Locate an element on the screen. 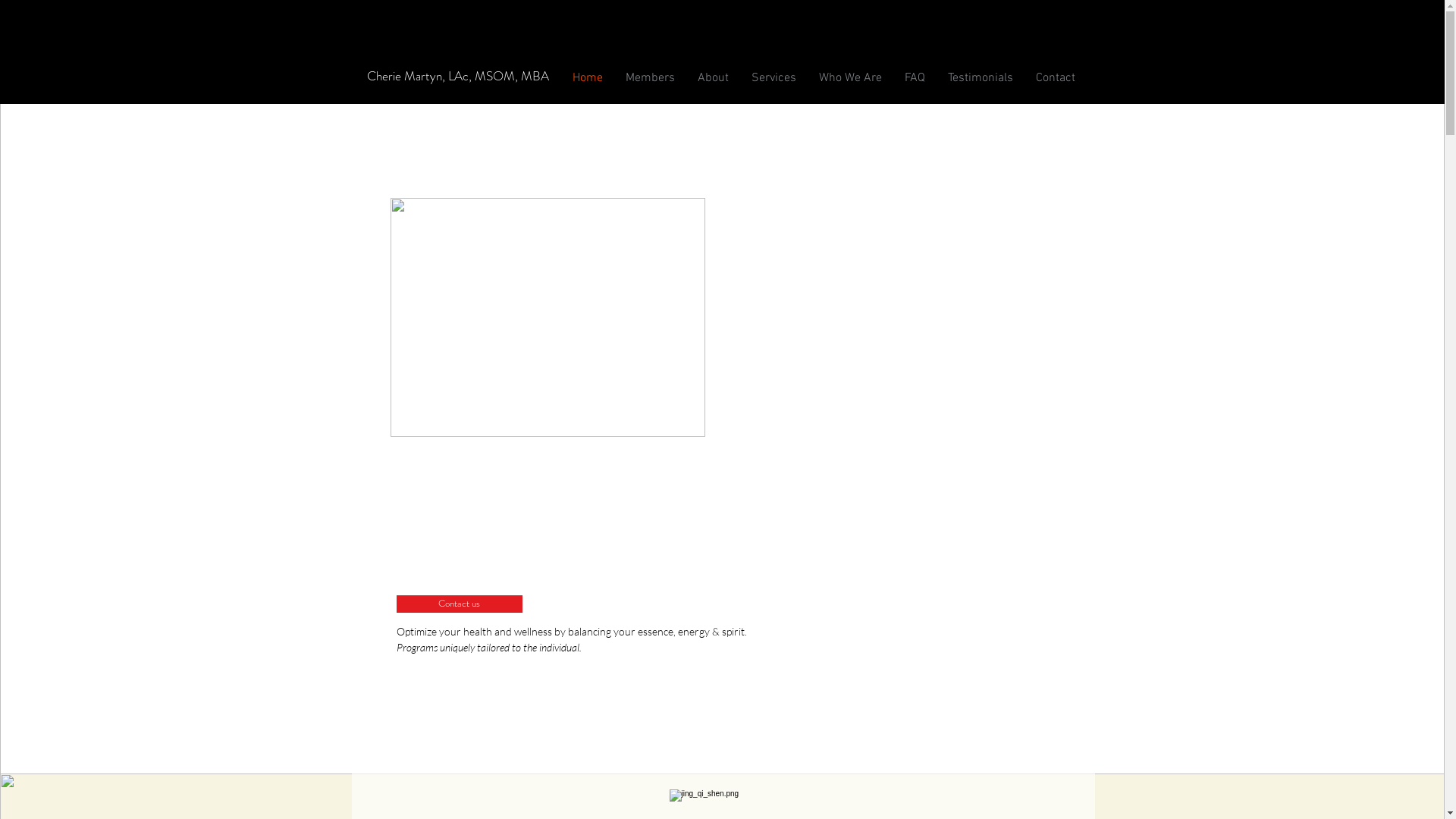 This screenshot has height=819, width=1456. 'Who We Are' is located at coordinates (849, 78).